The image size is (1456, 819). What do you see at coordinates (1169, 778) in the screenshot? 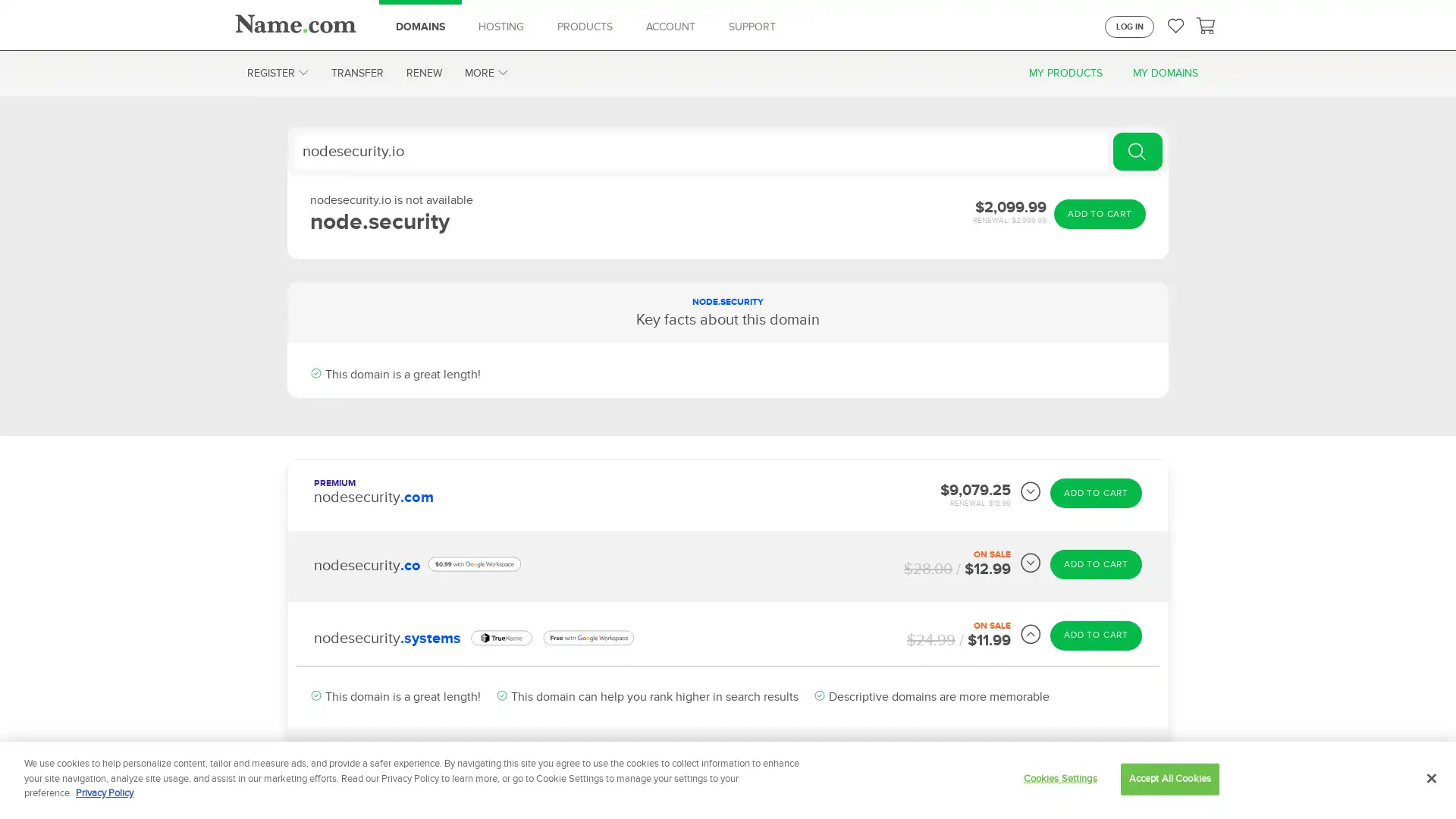
I see `Accept All Cookies` at bounding box center [1169, 778].